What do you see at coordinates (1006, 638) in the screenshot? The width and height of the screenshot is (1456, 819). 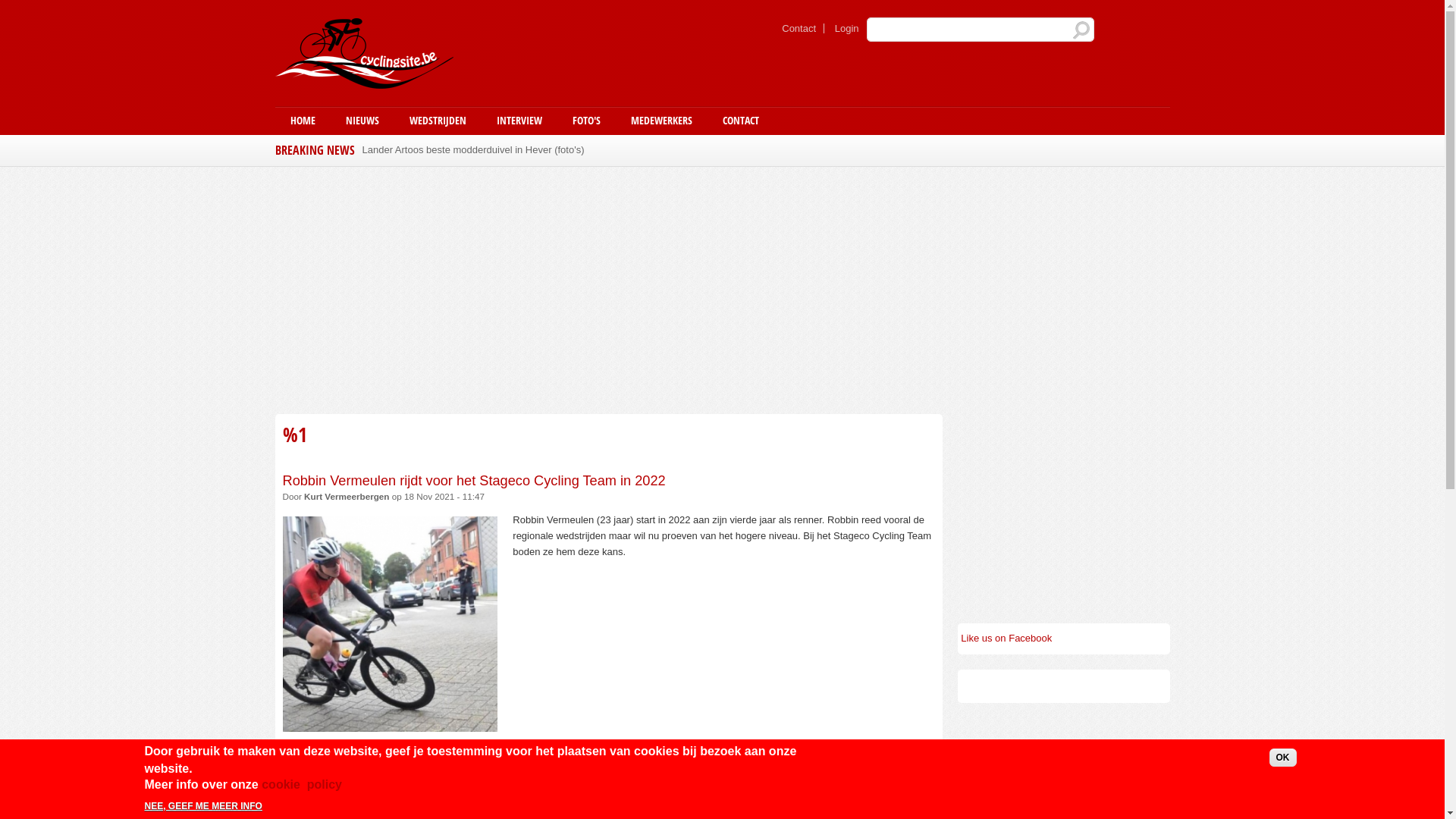 I see `'Like us on Facebook'` at bounding box center [1006, 638].